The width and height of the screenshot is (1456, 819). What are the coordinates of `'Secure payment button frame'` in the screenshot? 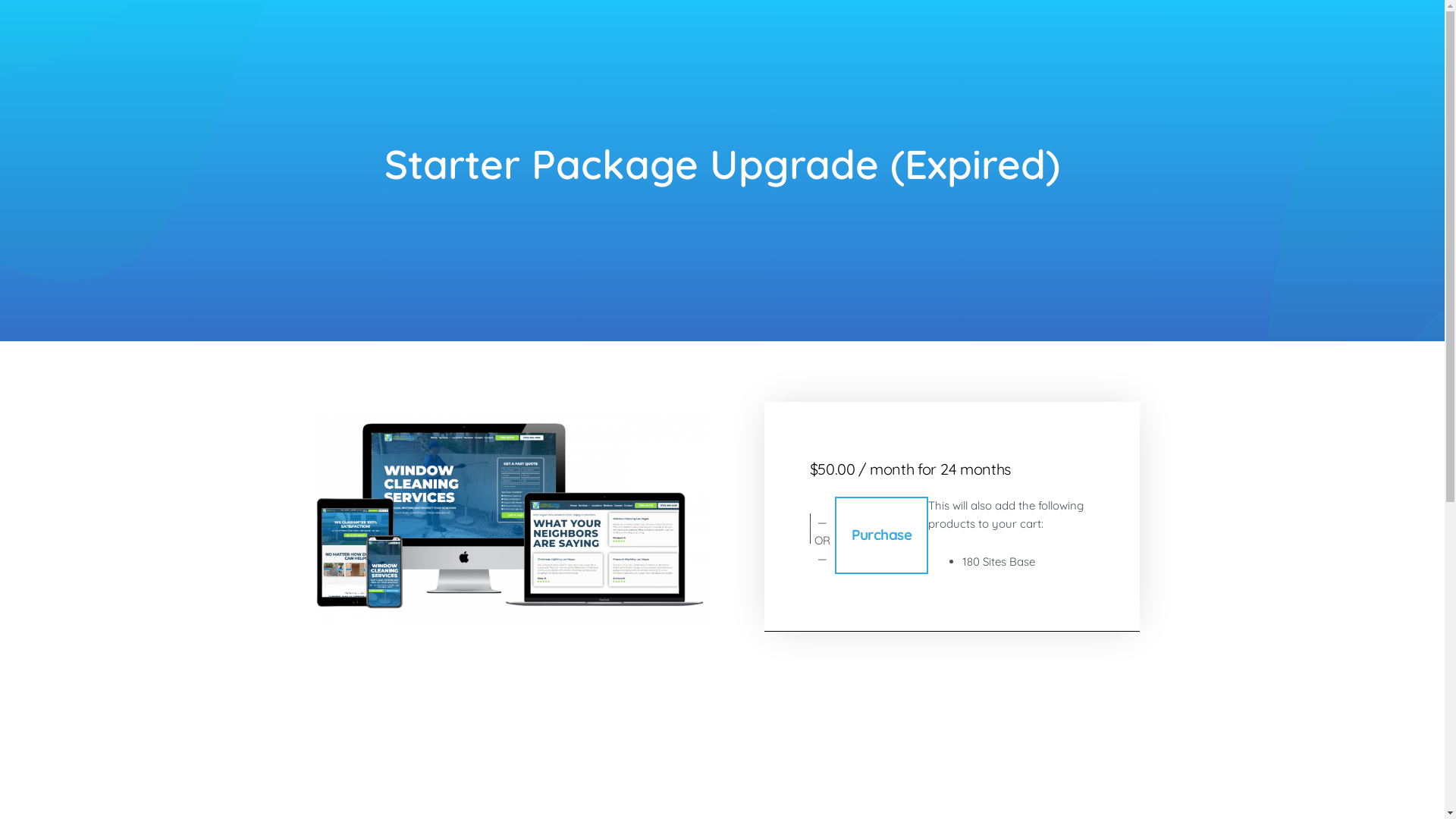 It's located at (809, 528).